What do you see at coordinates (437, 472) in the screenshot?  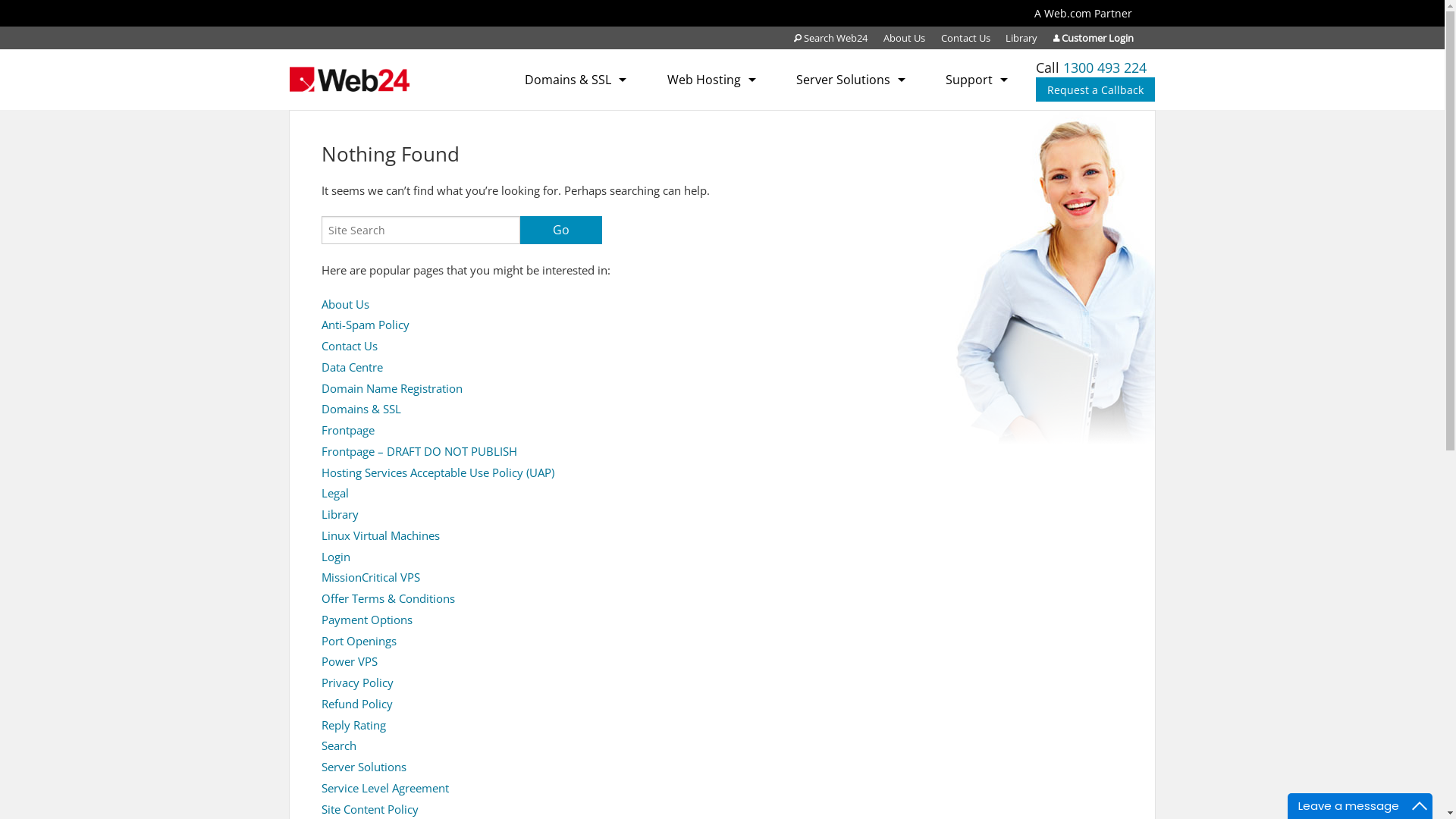 I see `'Hosting Services Acceptable Use Policy (UAP)'` at bounding box center [437, 472].